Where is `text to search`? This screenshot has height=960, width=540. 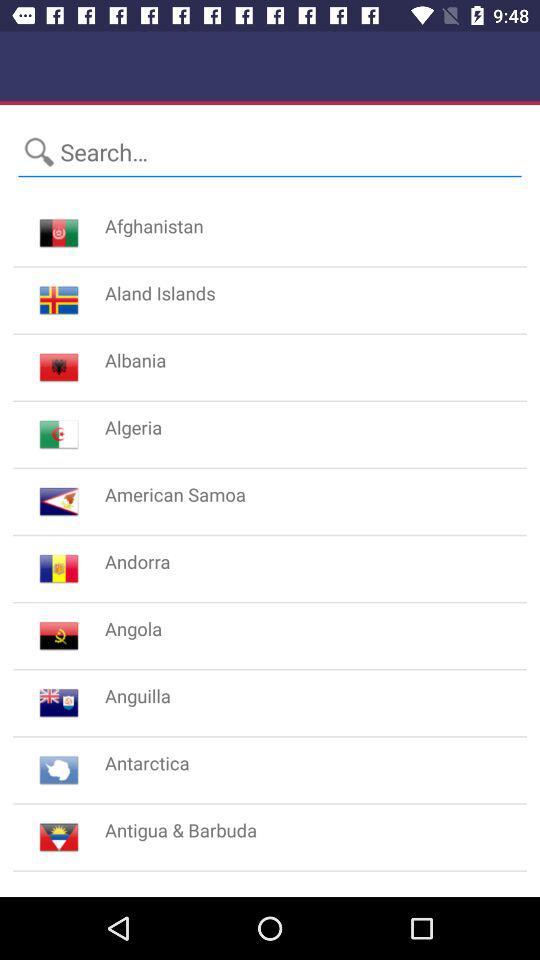
text to search is located at coordinates (270, 151).